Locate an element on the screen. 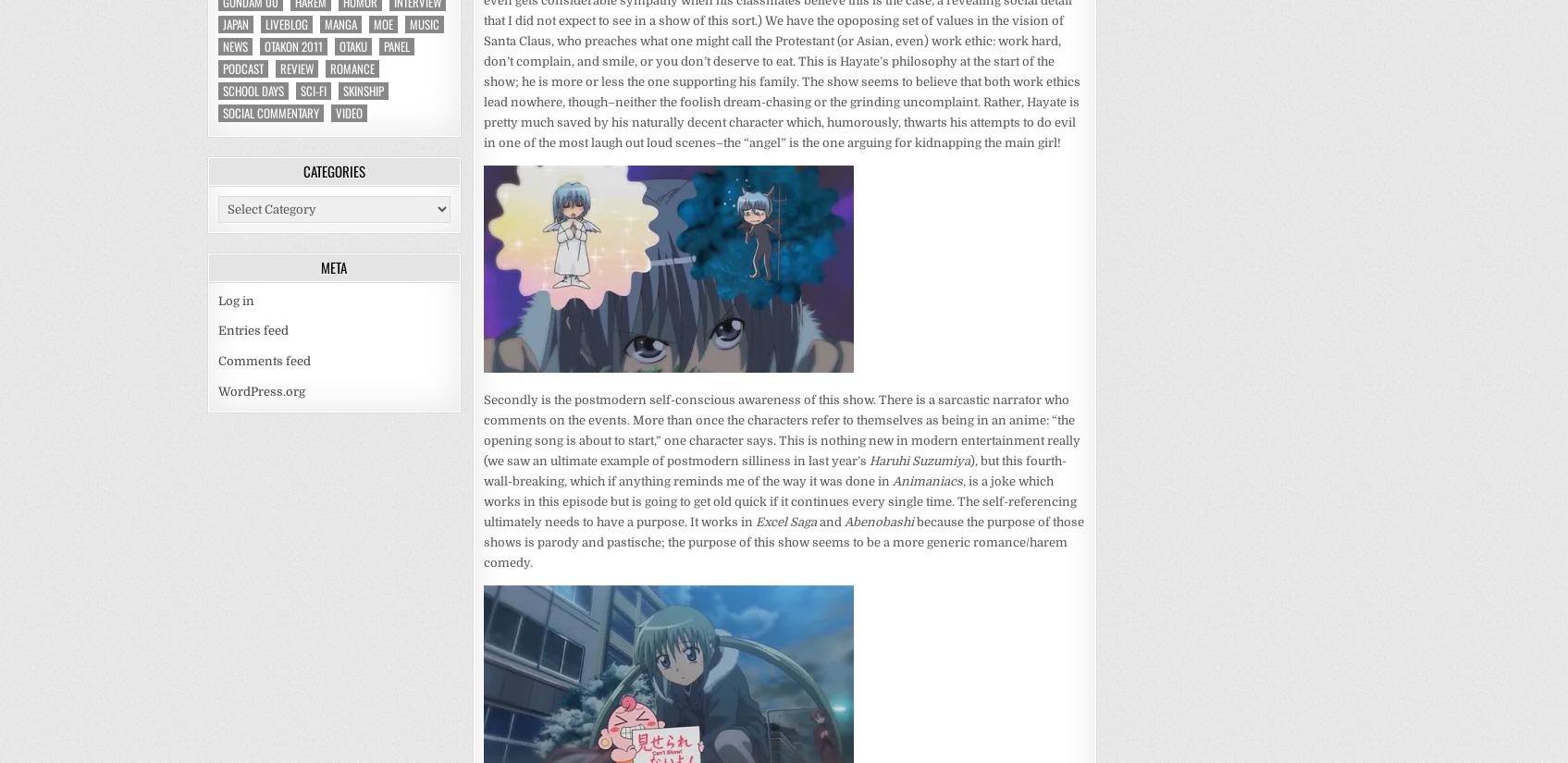 Image resolution: width=1568 pixels, height=763 pixels. 'panel' is located at coordinates (395, 45).